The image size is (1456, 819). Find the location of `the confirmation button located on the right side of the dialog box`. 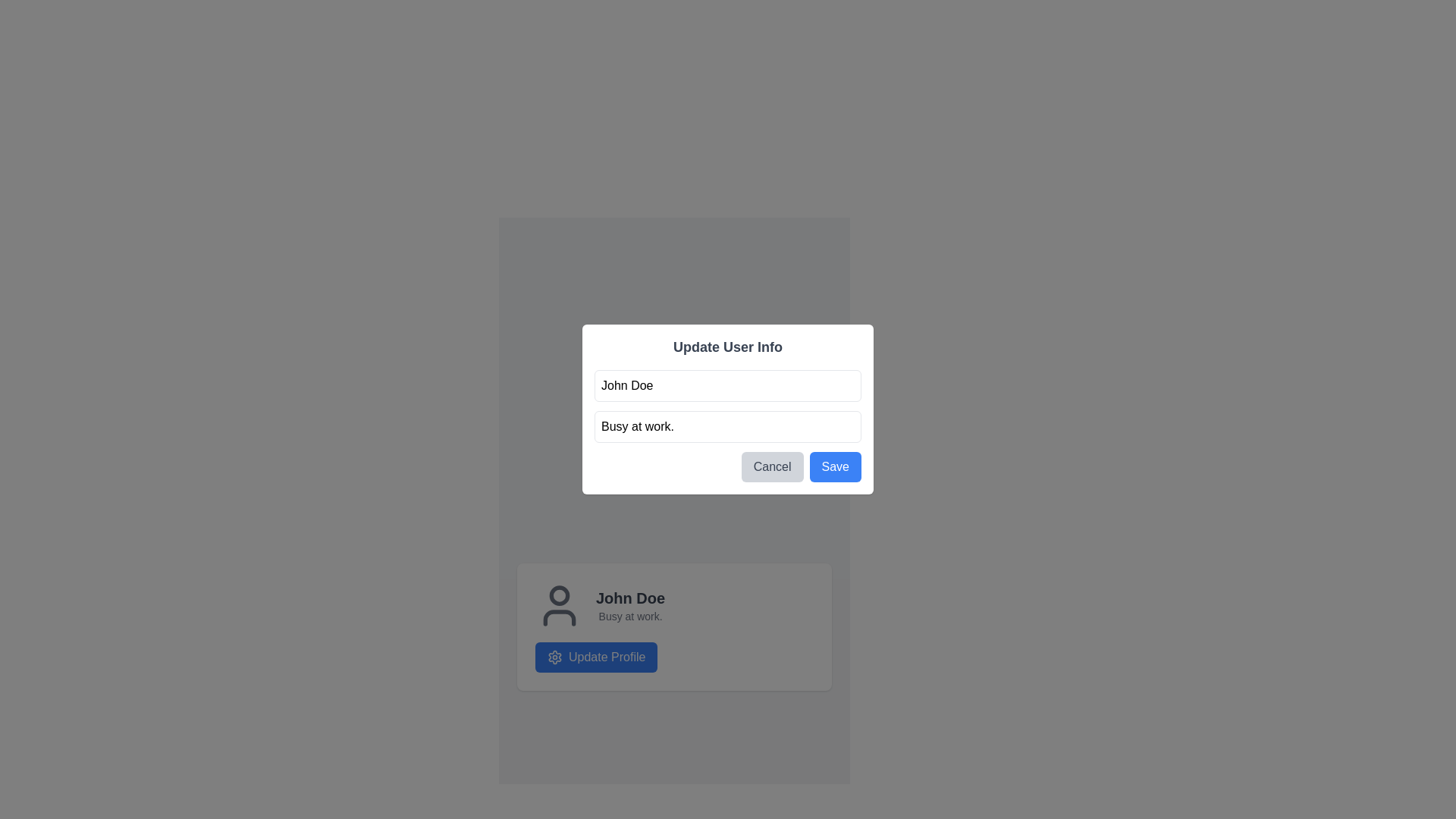

the confirmation button located on the right side of the dialog box is located at coordinates (834, 466).